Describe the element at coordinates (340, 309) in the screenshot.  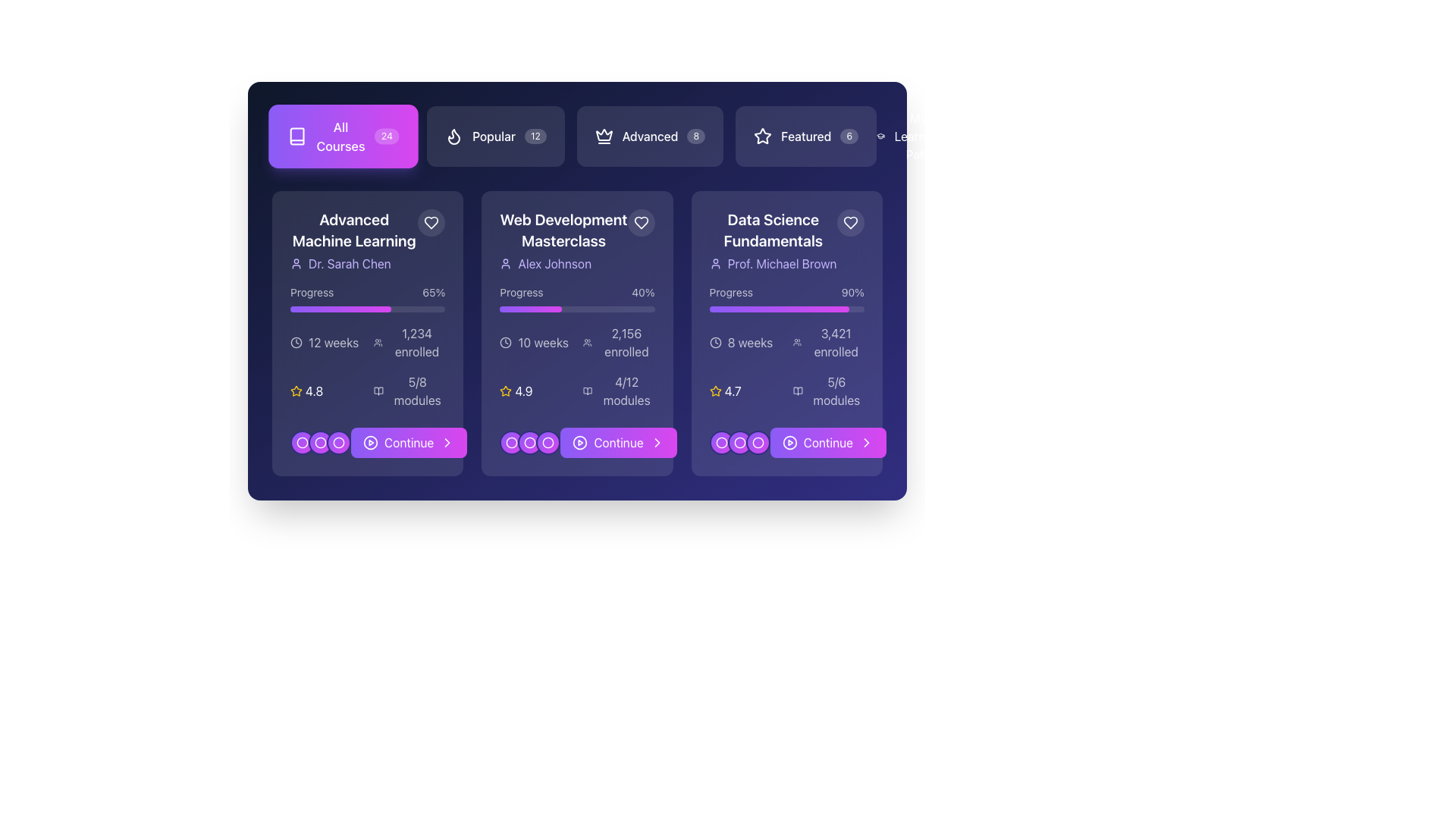
I see `the visual representation of the filled portion of the progress bar indicating 65% completion for the 'Advanced Machine Learning' course, located below the 'Progress' label` at that location.